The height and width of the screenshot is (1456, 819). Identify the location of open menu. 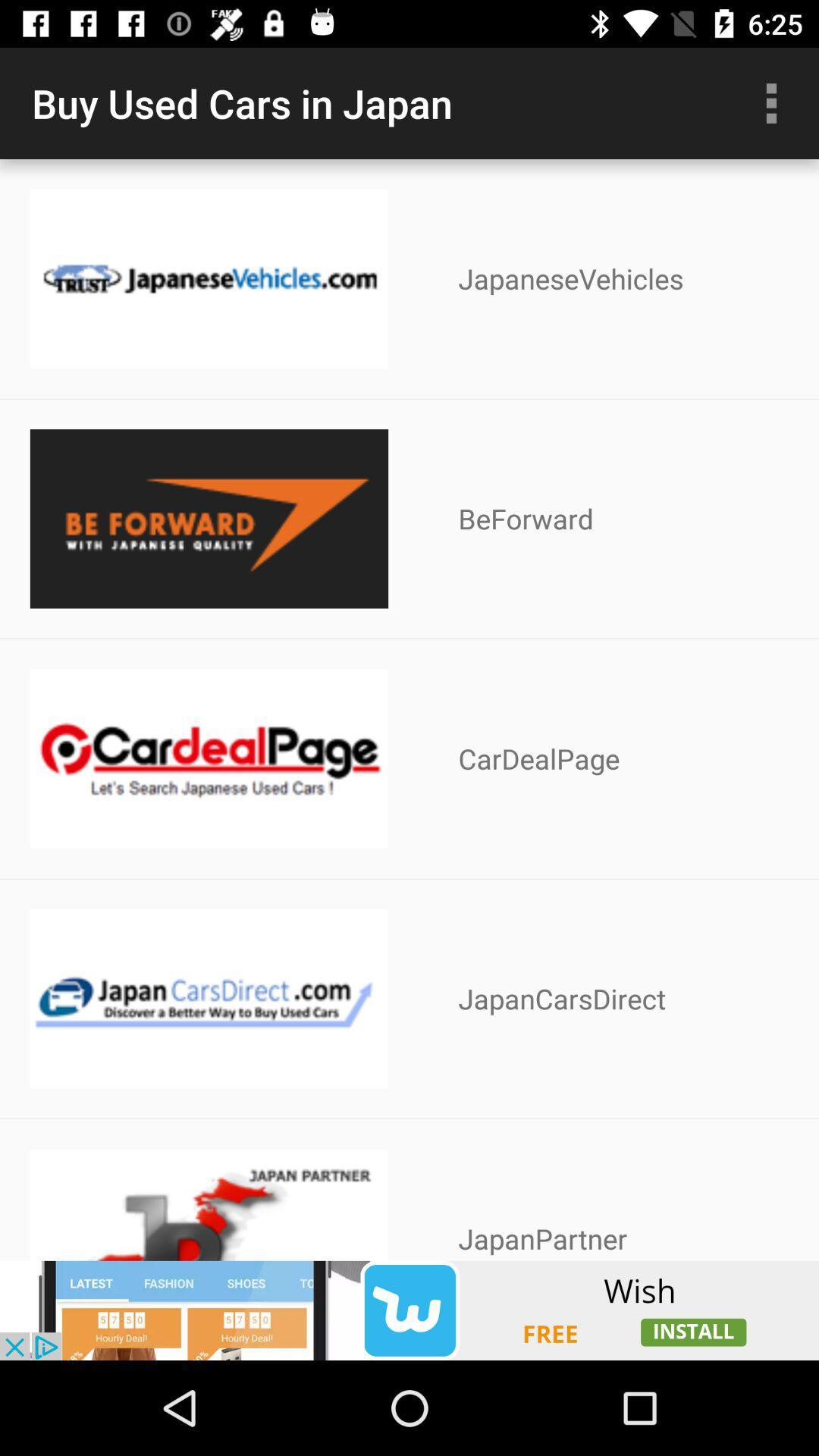
(771, 102).